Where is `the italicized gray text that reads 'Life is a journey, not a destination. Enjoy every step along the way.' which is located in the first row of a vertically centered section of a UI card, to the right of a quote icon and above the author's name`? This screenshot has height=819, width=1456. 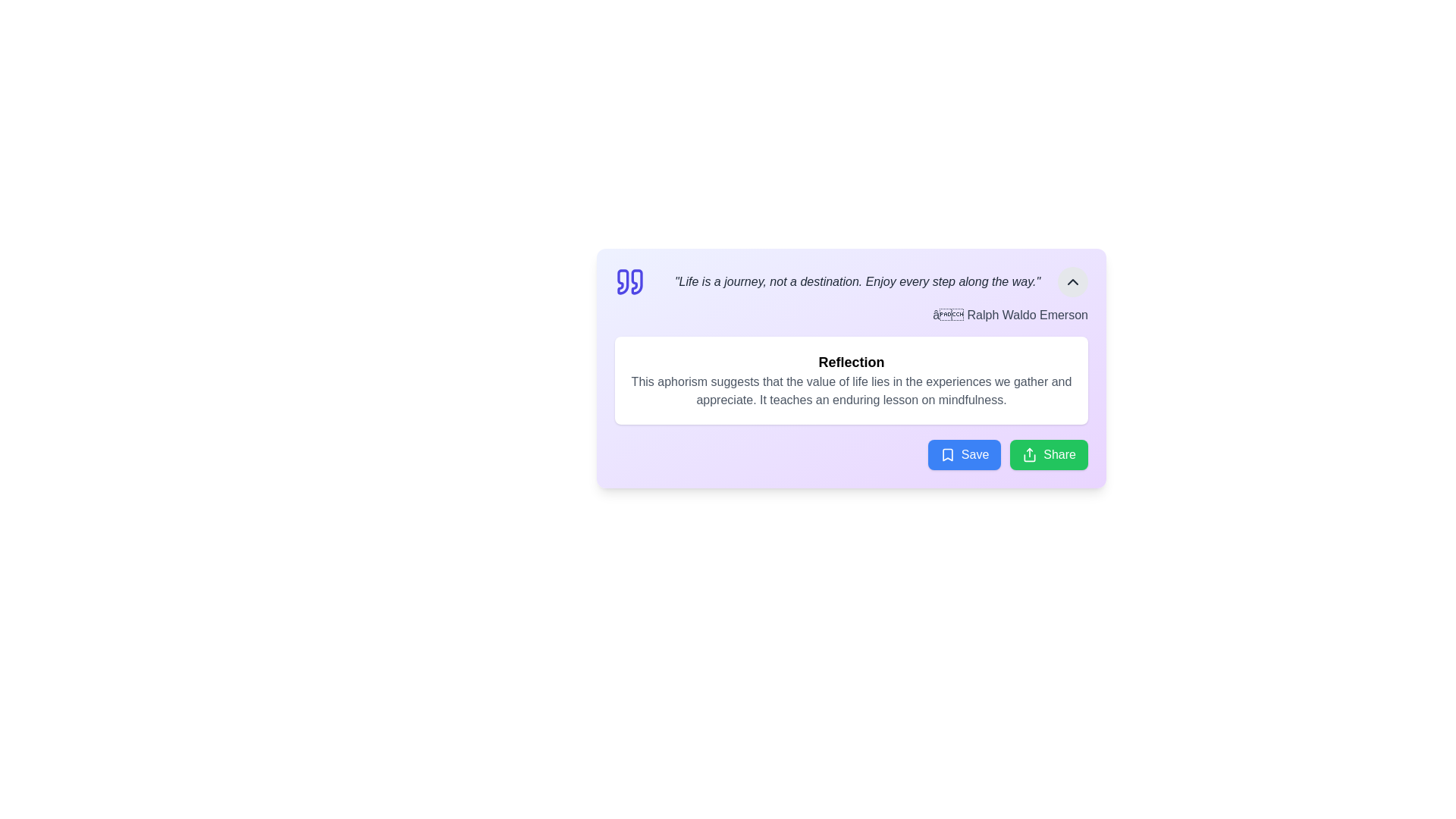
the italicized gray text that reads 'Life is a journey, not a destination. Enjoy every step along the way.' which is located in the first row of a vertically centered section of a UI card, to the right of a quote icon and above the author's name is located at coordinates (858, 281).